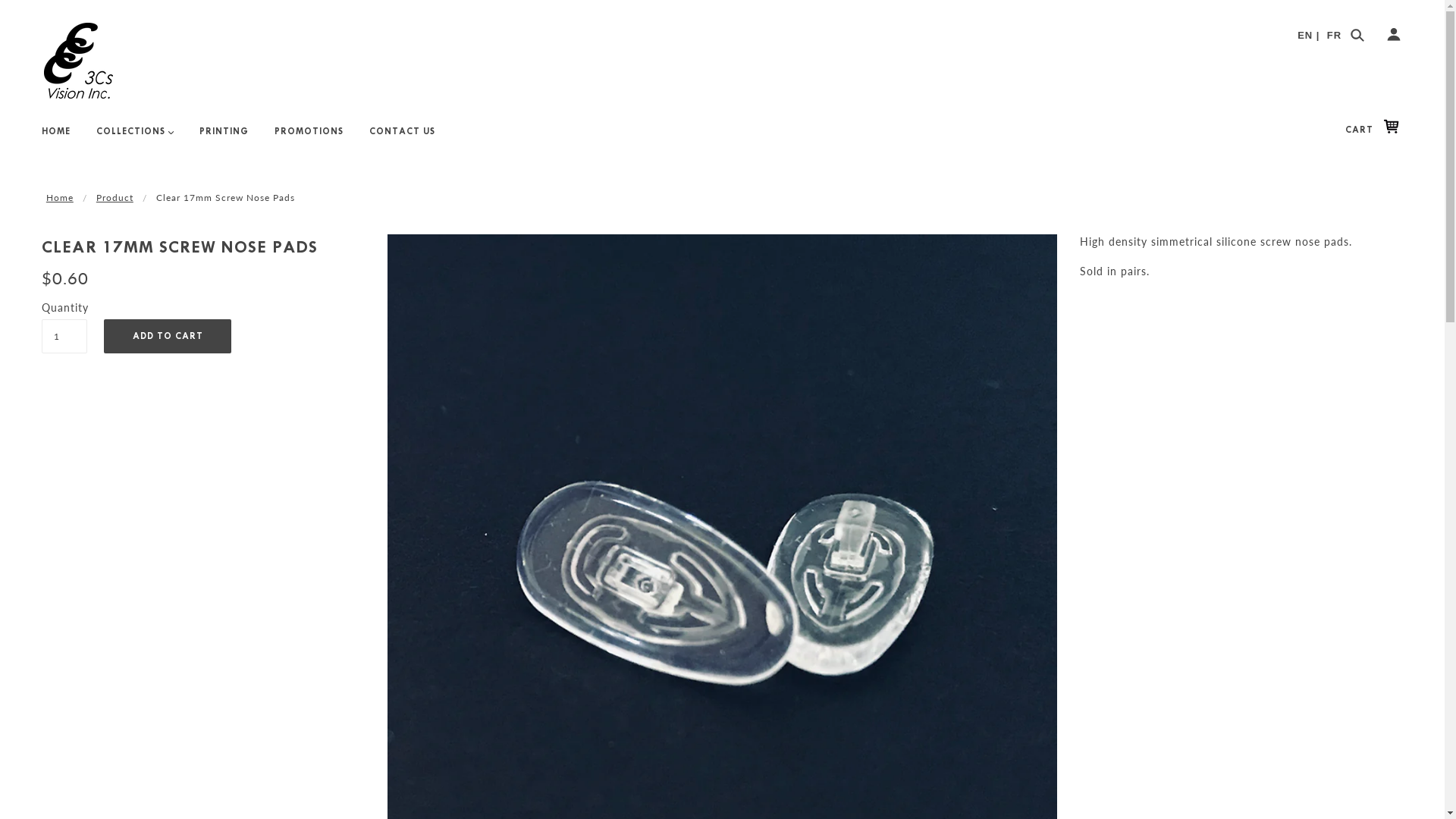 This screenshot has height=819, width=1456. Describe the element at coordinates (77, 60) in the screenshot. I see `'3Csvision'` at that location.